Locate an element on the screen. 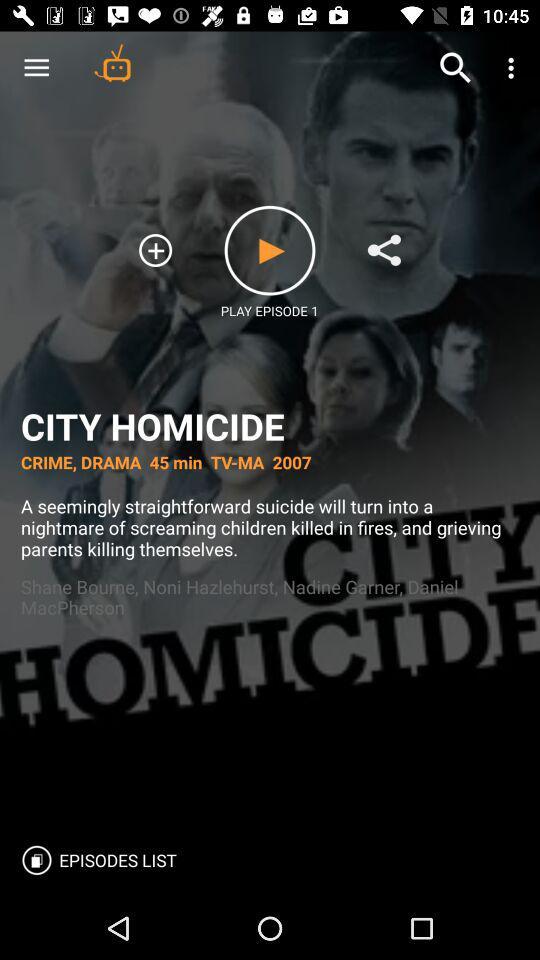  to playlist option is located at coordinates (154, 249).